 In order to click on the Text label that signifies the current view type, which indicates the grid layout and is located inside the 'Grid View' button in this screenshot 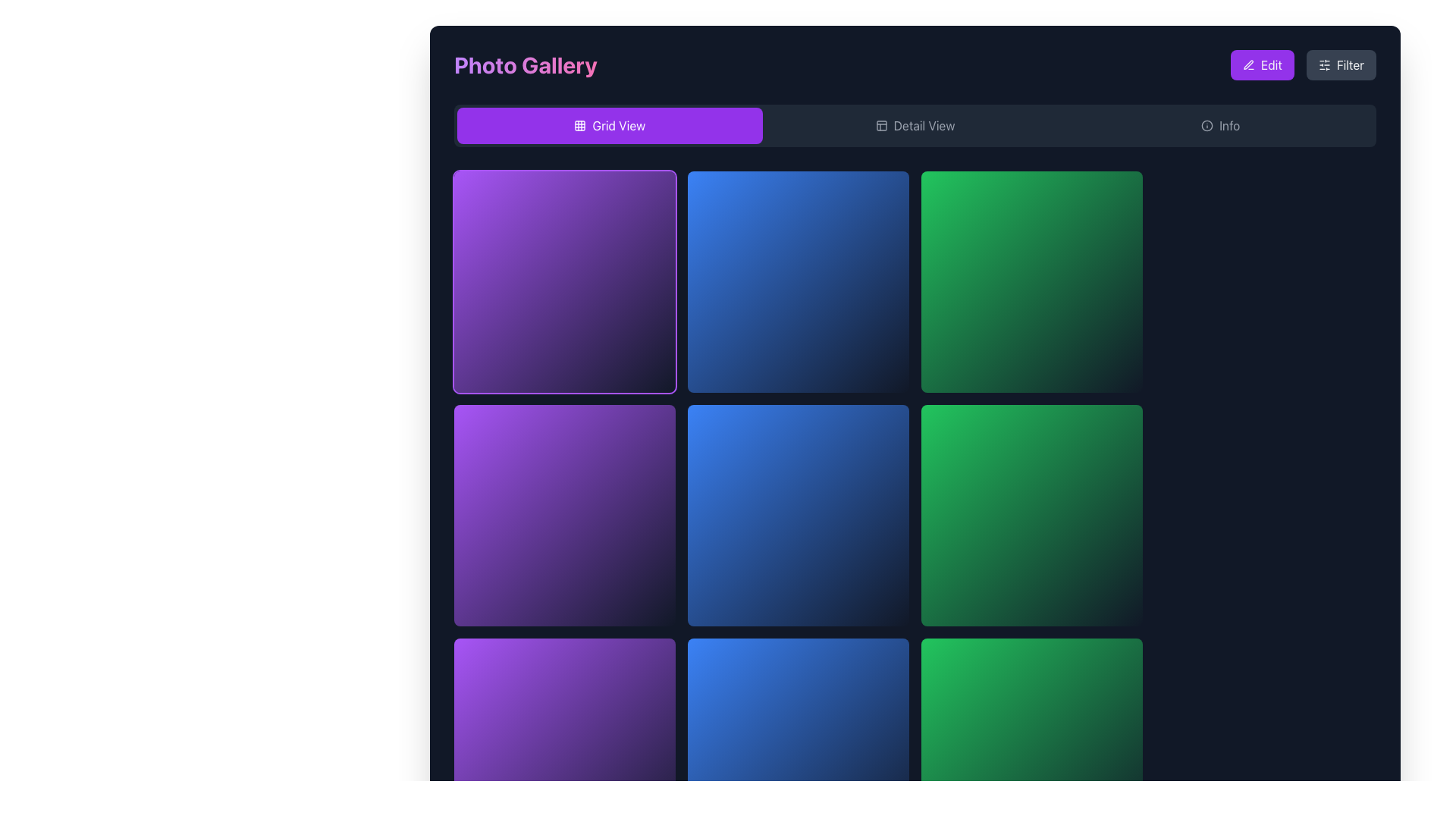, I will do `click(619, 124)`.